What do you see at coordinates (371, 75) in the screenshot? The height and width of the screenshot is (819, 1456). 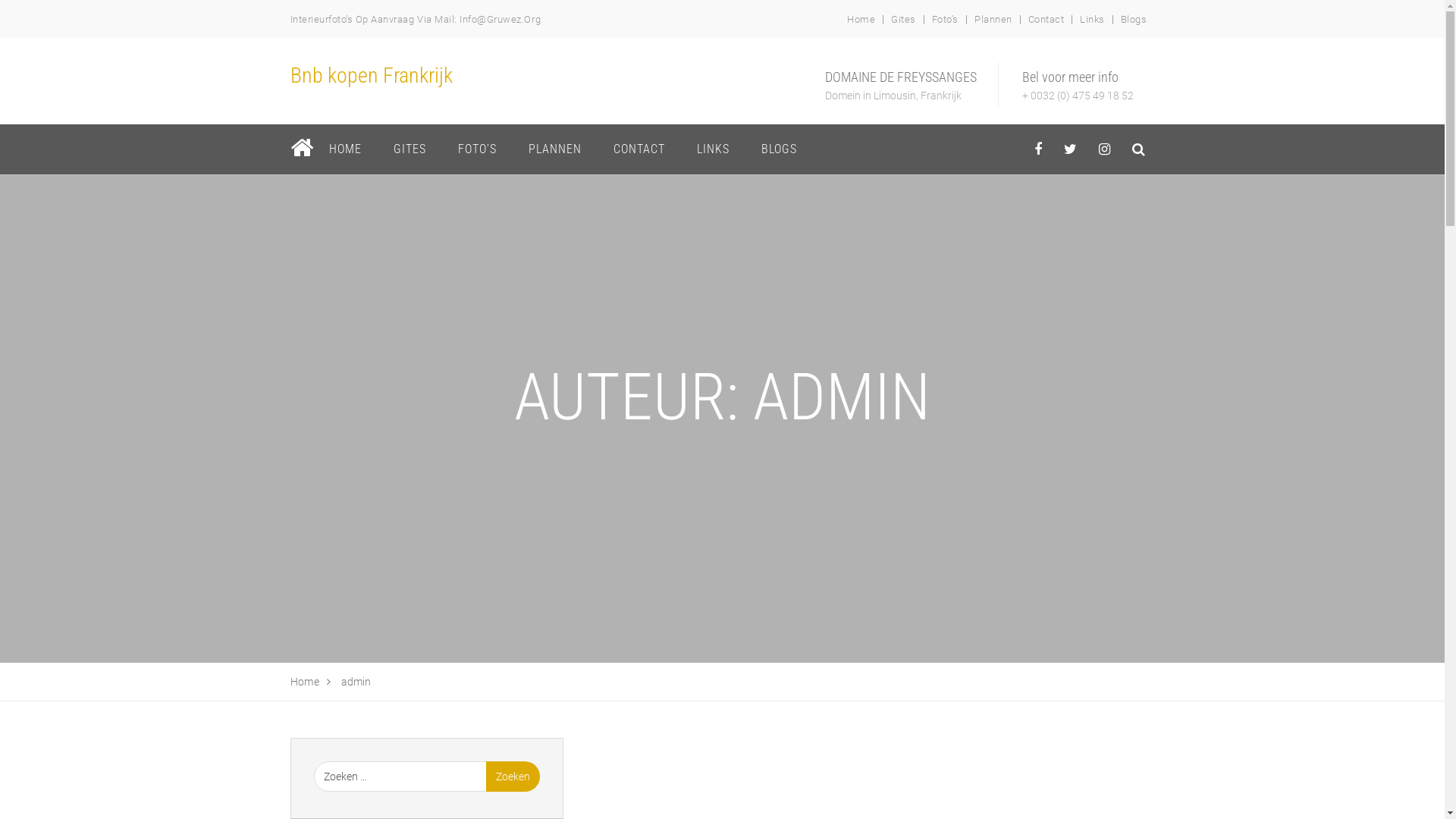 I see `'Bnb kopen Frankrijk'` at bounding box center [371, 75].